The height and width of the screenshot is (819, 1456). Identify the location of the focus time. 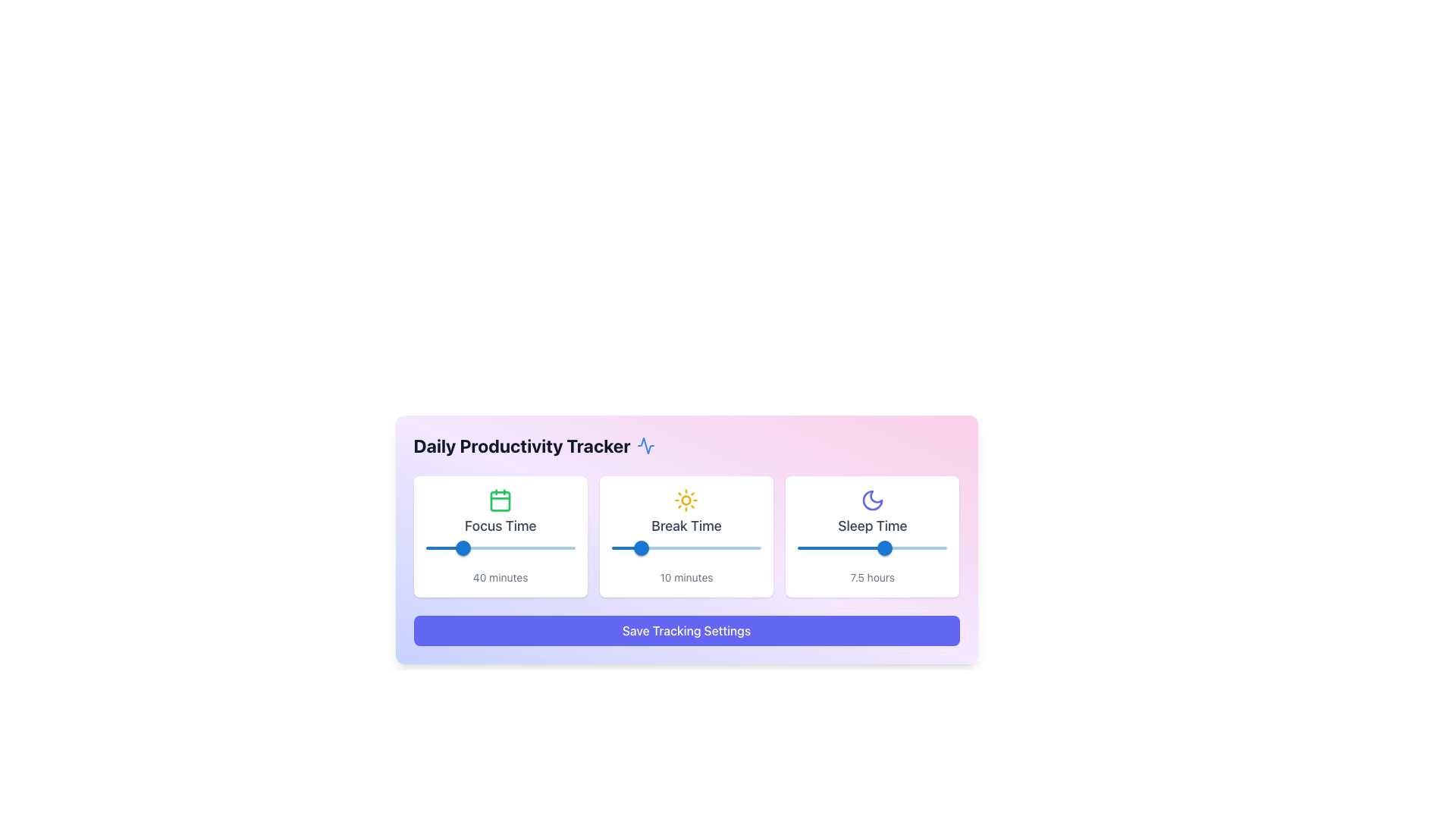
(544, 548).